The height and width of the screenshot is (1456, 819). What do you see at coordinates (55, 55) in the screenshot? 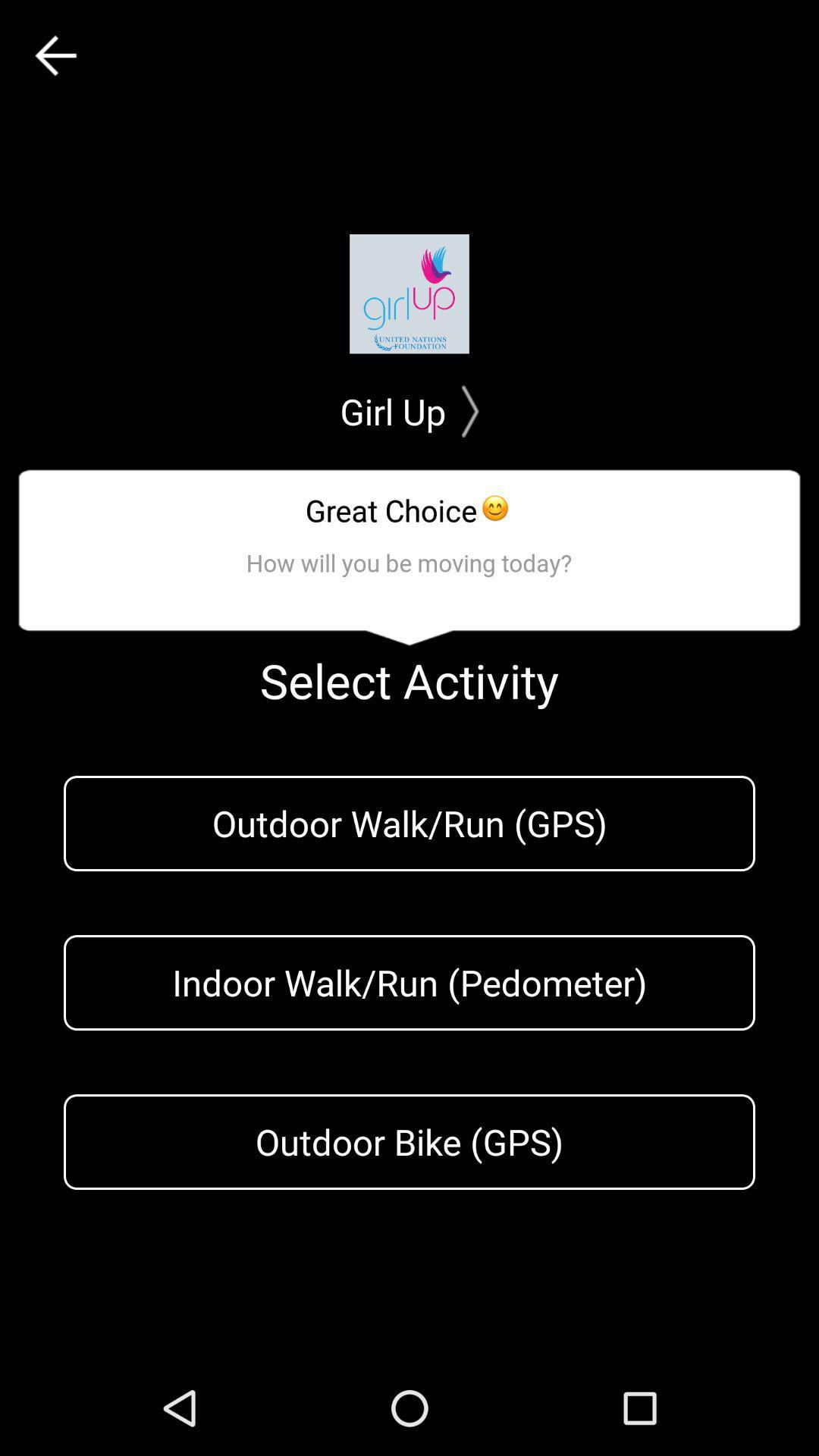
I see `the arrow_backward icon` at bounding box center [55, 55].